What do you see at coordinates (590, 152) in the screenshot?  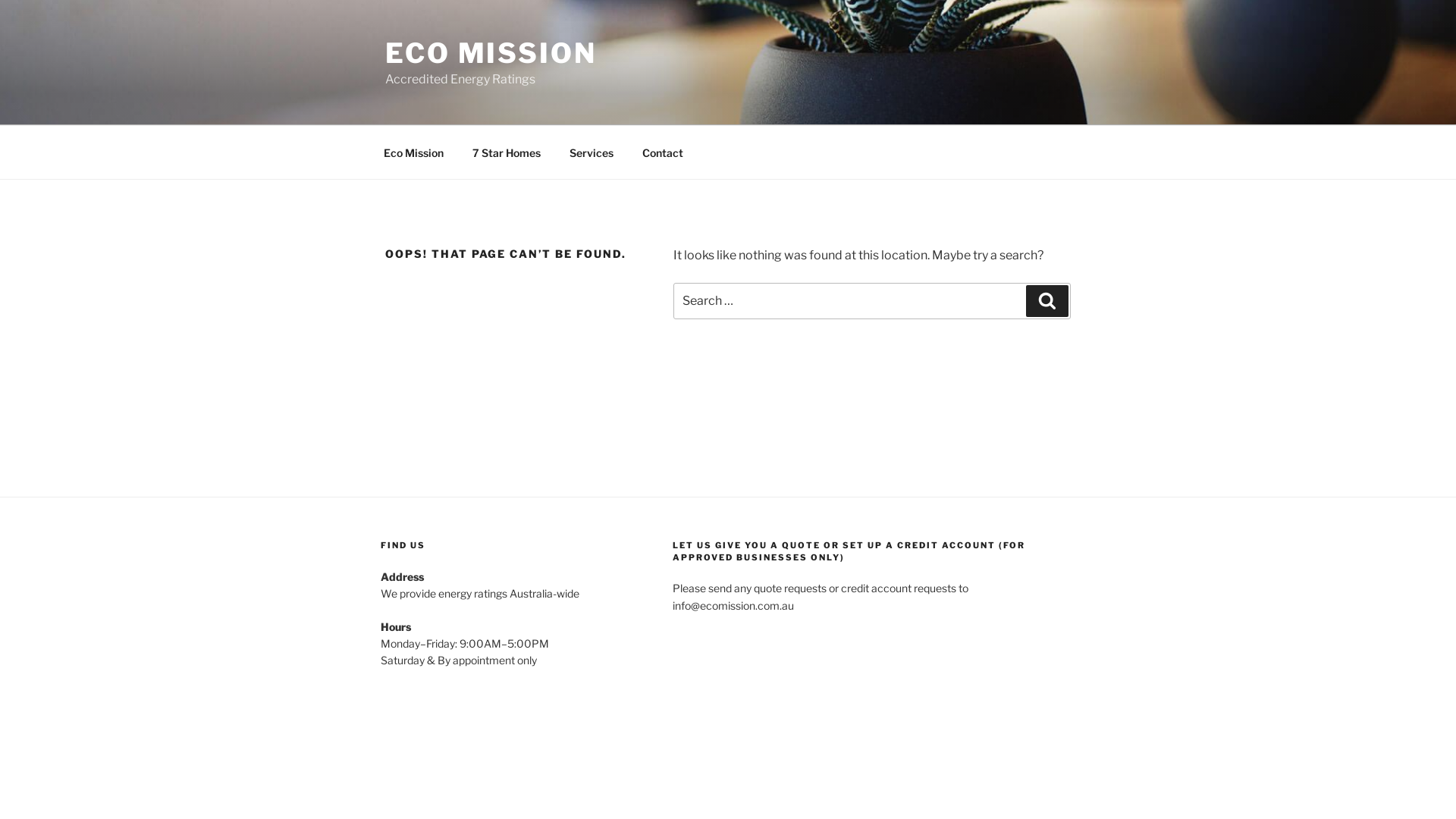 I see `'Services'` at bounding box center [590, 152].